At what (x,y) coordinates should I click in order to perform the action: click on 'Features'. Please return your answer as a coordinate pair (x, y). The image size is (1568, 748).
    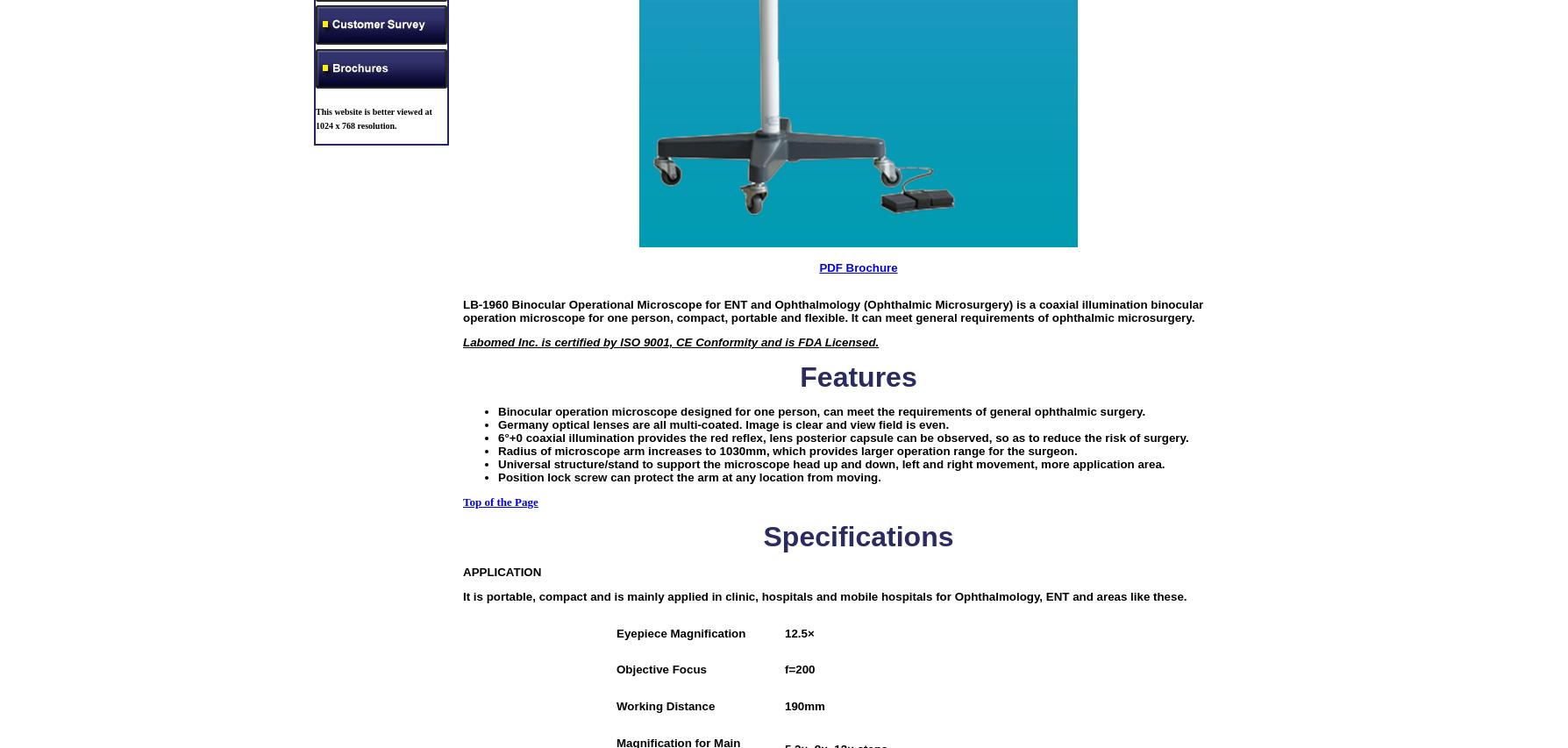
    Looking at the image, I should click on (800, 375).